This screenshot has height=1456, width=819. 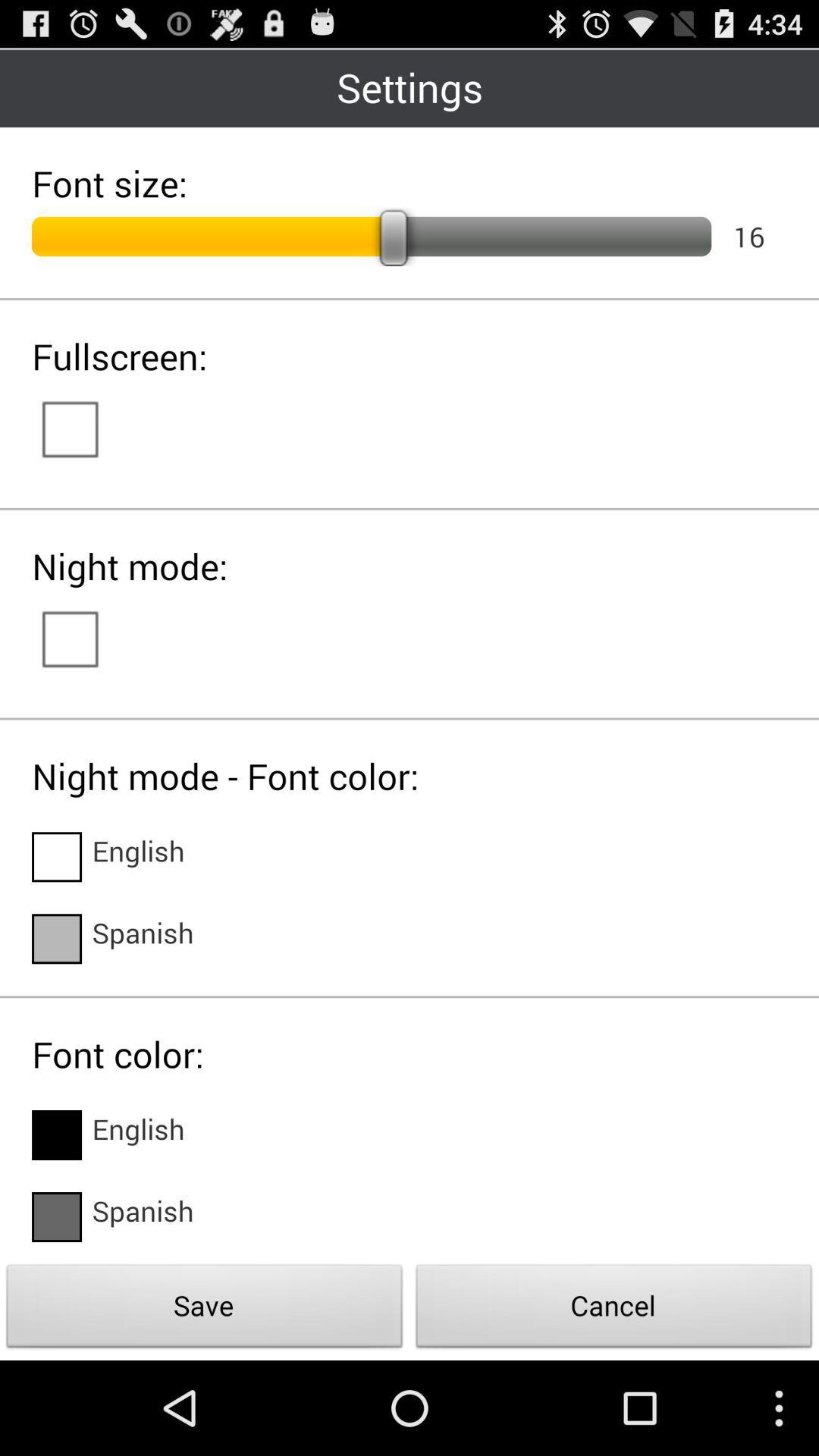 I want to click on icon to the right of the save icon, so click(x=614, y=1310).